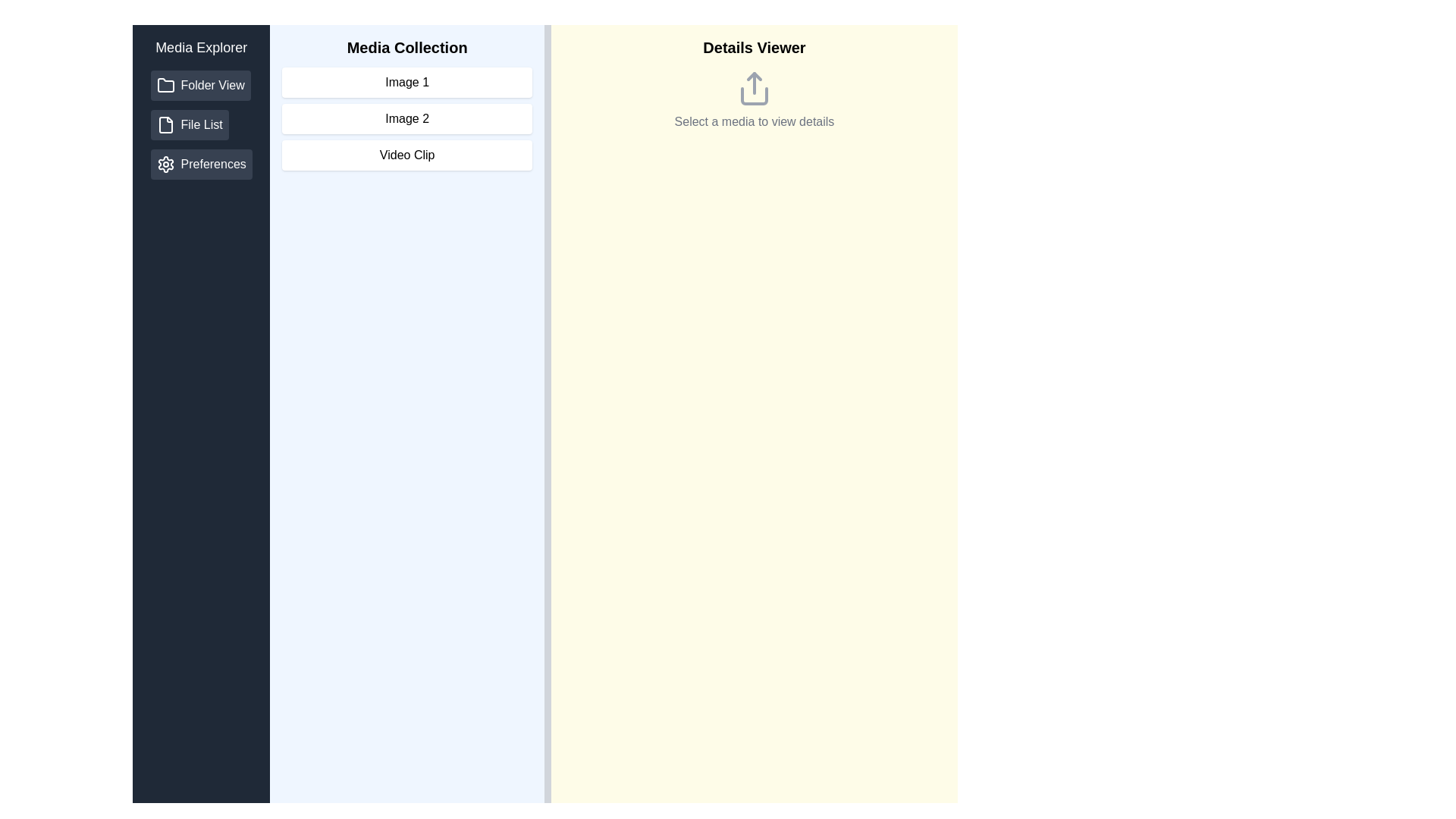  What do you see at coordinates (754, 100) in the screenshot?
I see `the decorative icon and static instruction text located in the top-middle portion of the 'Details Viewer' section, positioned below the section title 'Details Viewer'` at bounding box center [754, 100].